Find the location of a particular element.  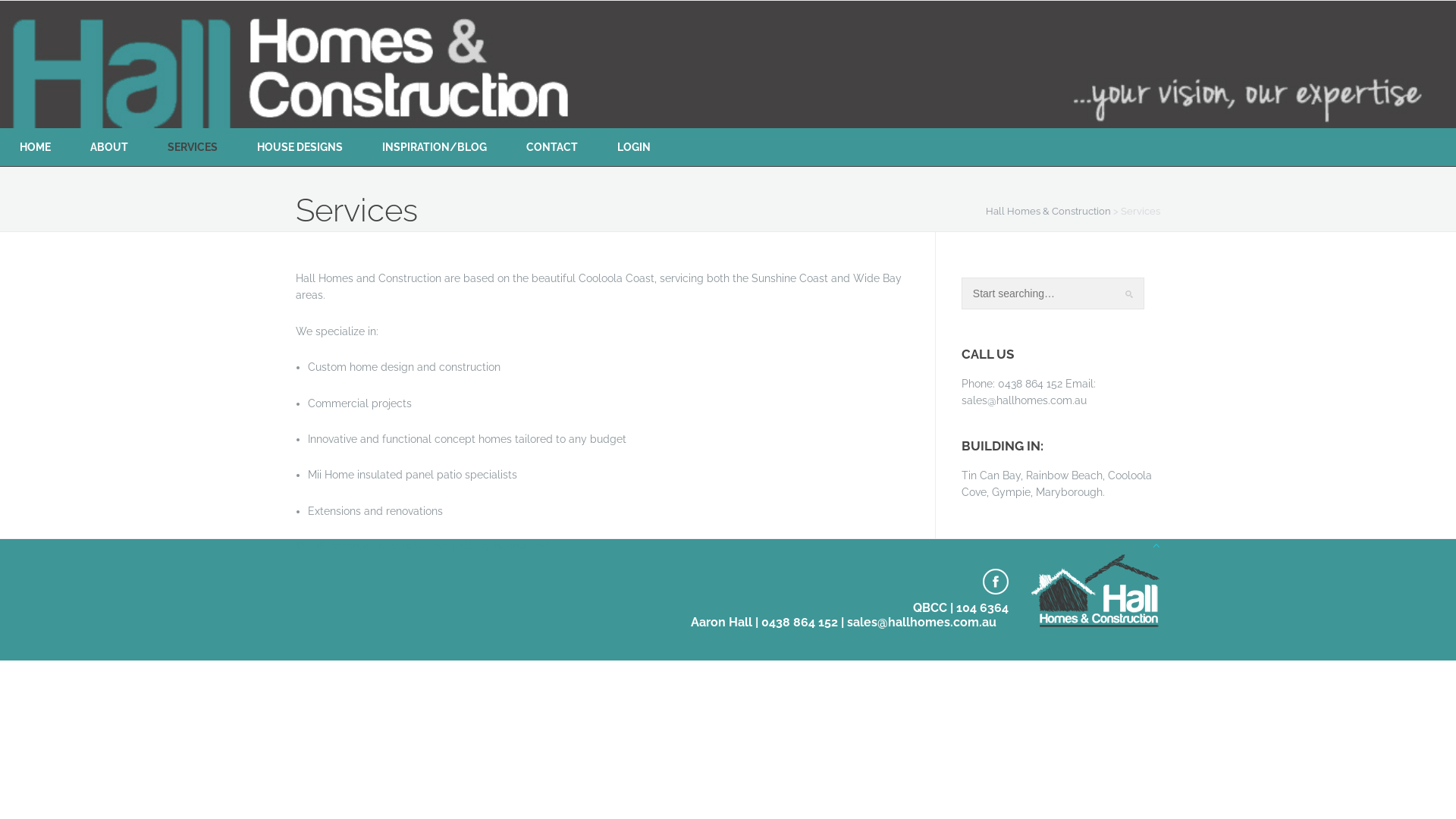

'LOGIN' is located at coordinates (633, 146).